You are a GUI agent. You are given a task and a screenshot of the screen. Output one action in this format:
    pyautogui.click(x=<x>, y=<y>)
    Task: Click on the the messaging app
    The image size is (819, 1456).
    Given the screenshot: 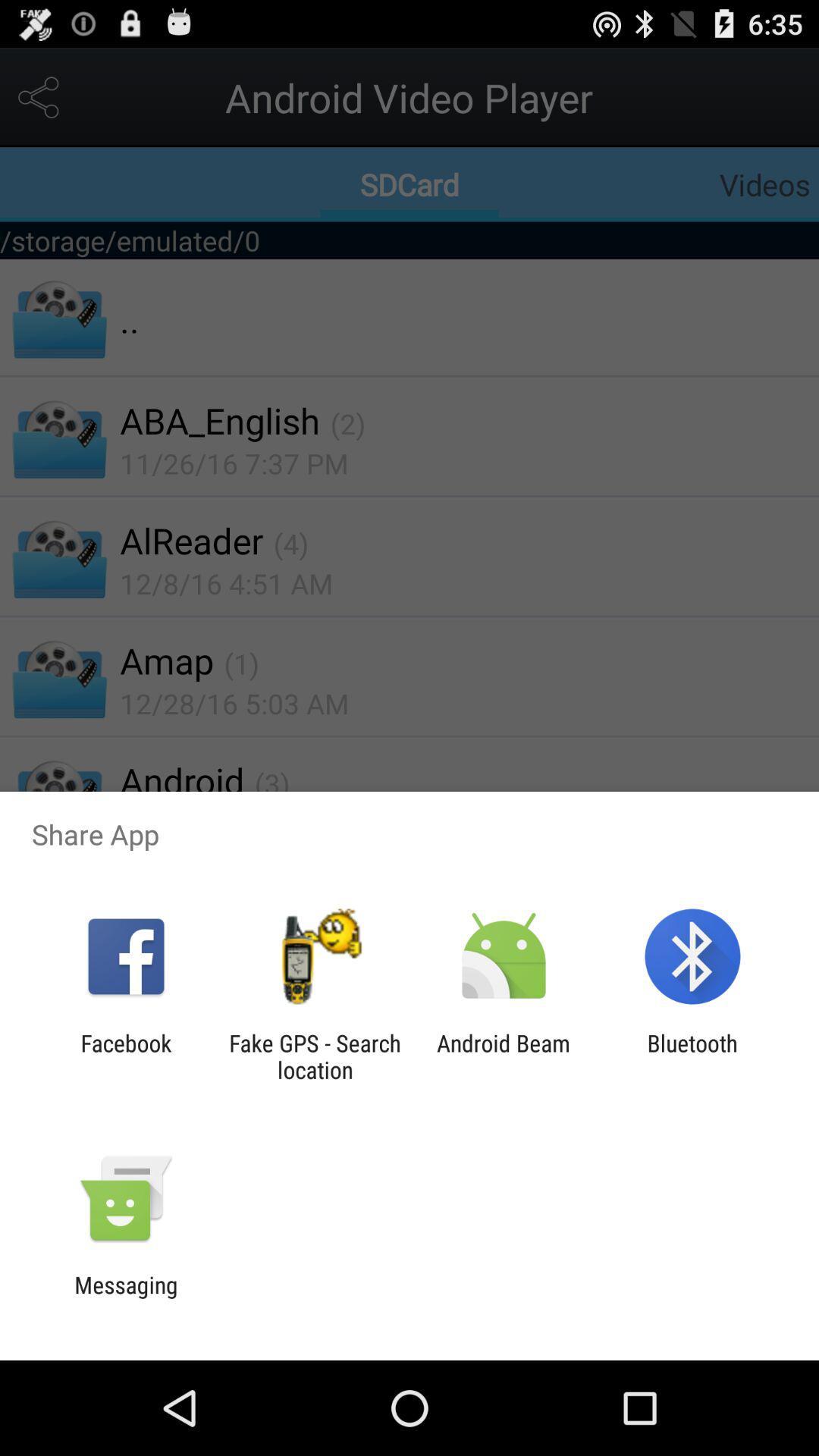 What is the action you would take?
    pyautogui.click(x=125, y=1298)
    